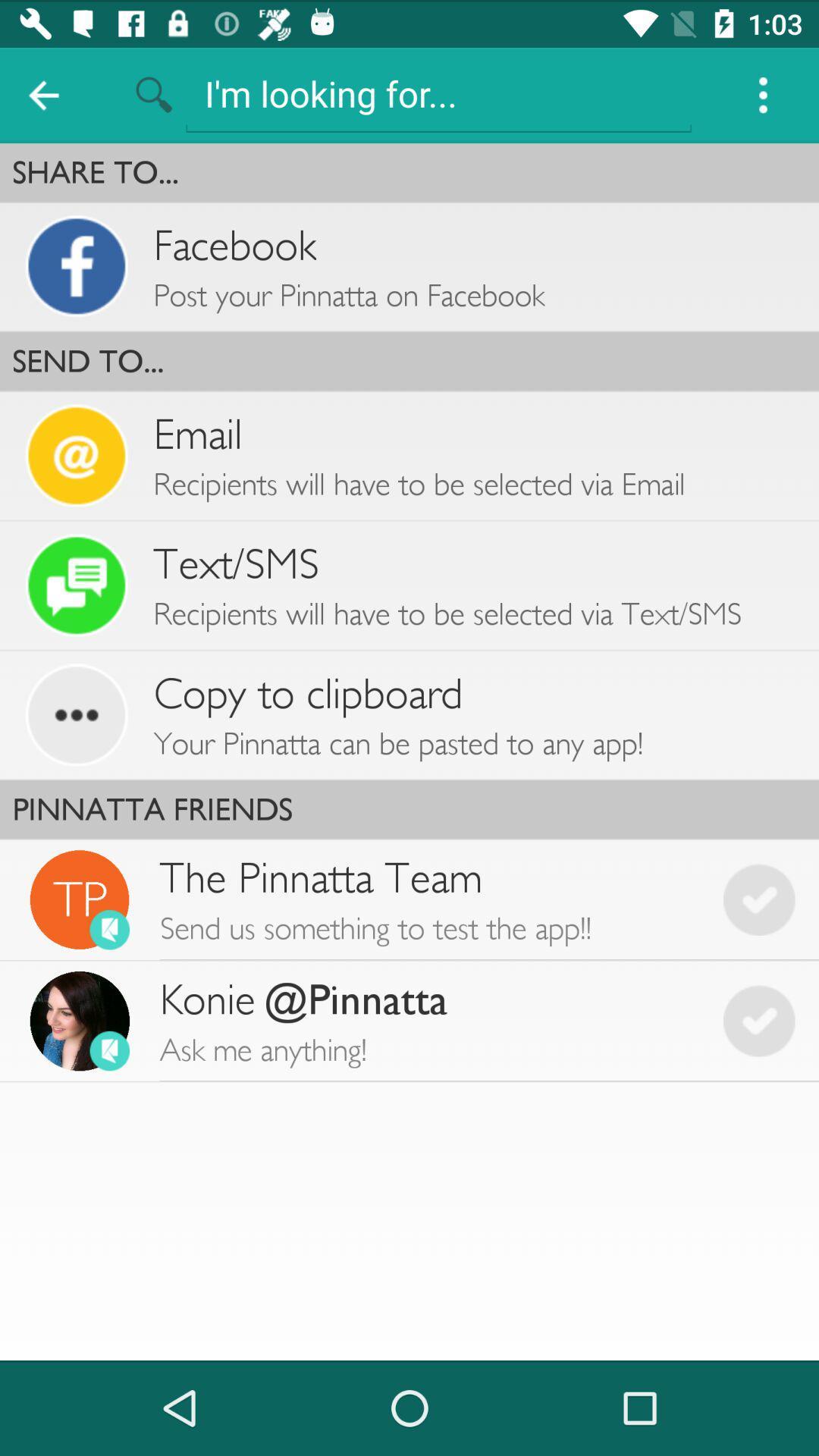 This screenshot has height=1456, width=819. I want to click on the konie pinnatta ask item, so click(429, 1021).